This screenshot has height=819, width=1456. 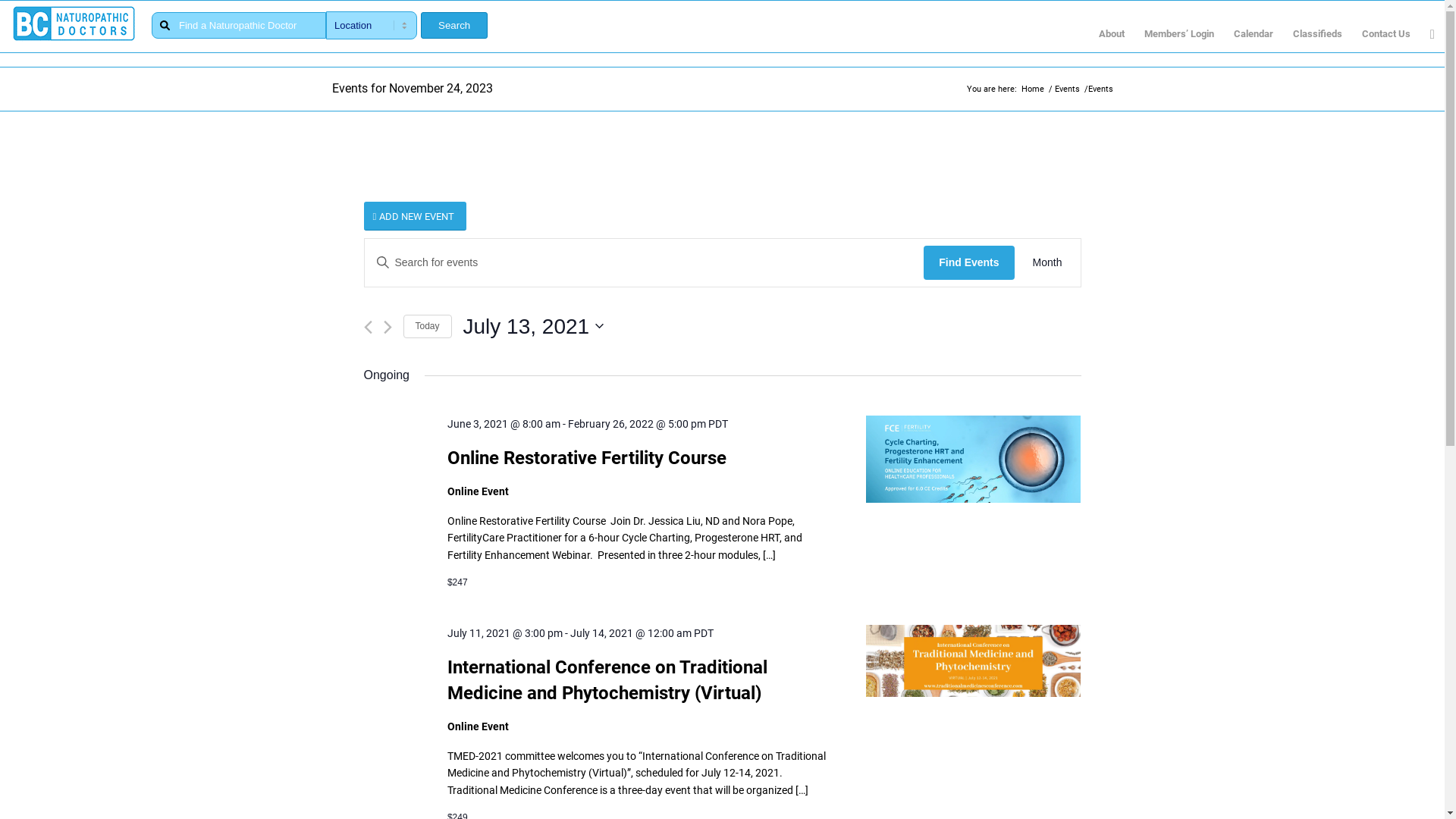 I want to click on 'Month', so click(x=1046, y=262).